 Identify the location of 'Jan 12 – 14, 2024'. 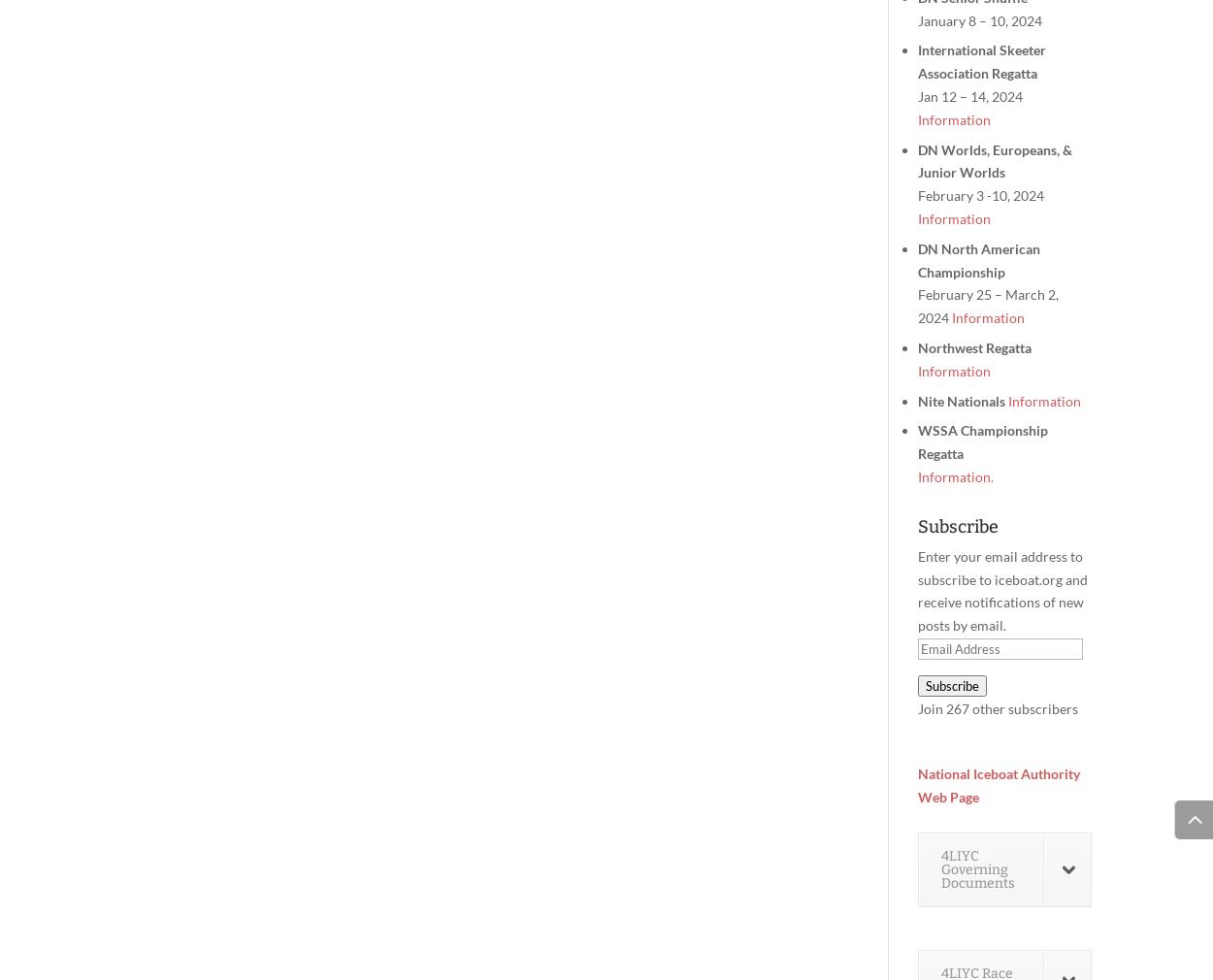
(970, 95).